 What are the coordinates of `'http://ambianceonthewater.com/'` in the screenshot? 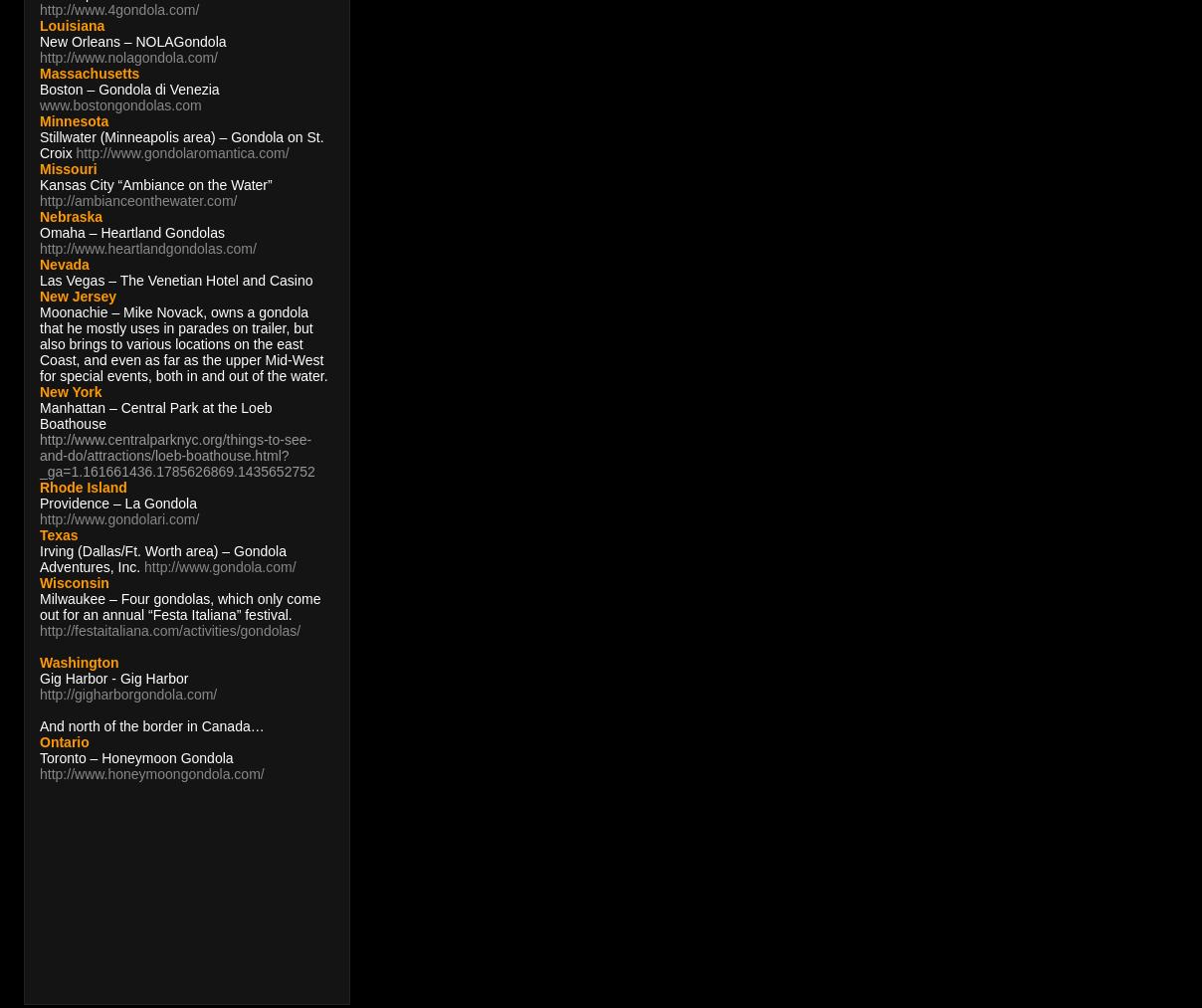 It's located at (38, 200).